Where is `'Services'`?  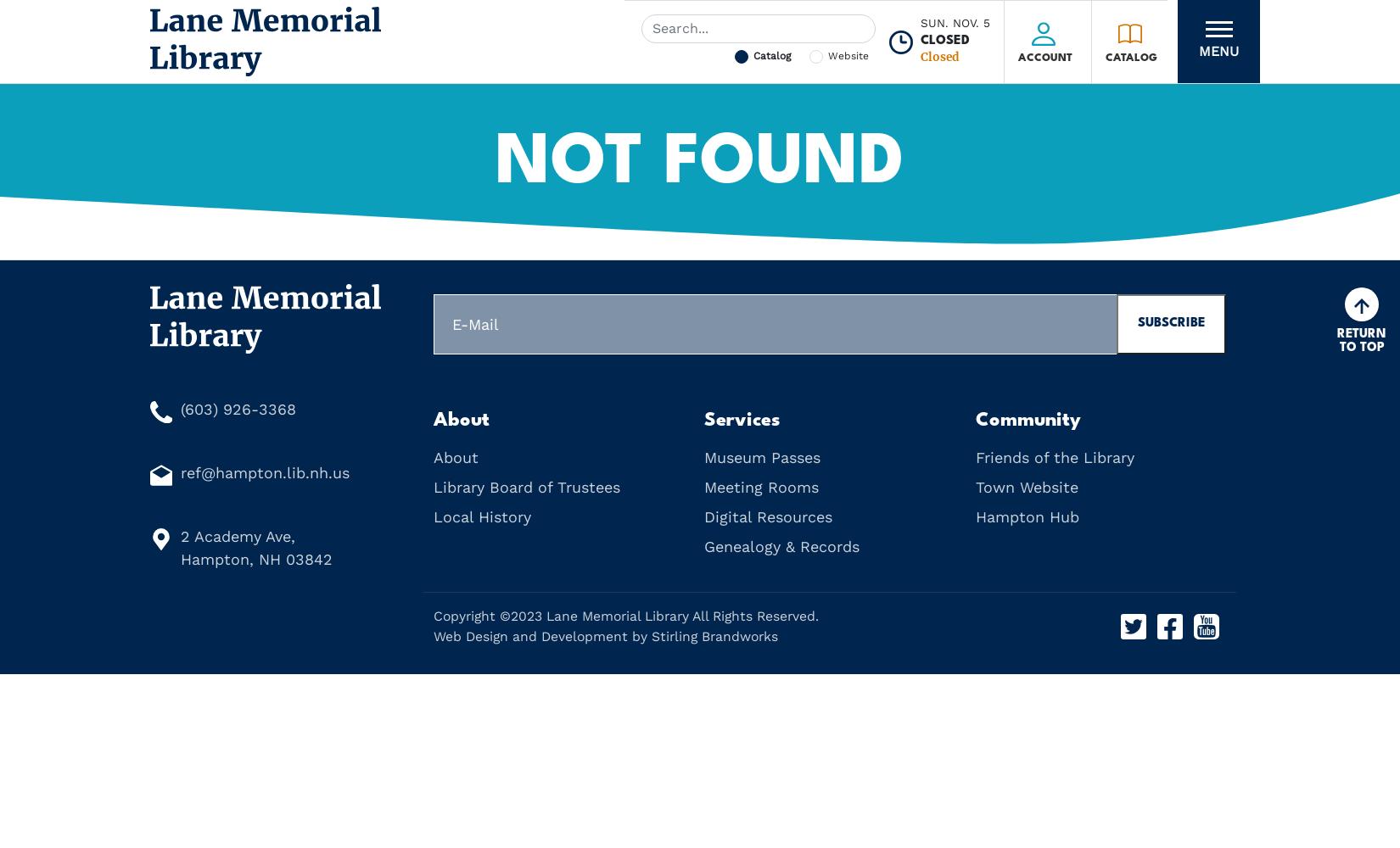
'Services' is located at coordinates (742, 419).